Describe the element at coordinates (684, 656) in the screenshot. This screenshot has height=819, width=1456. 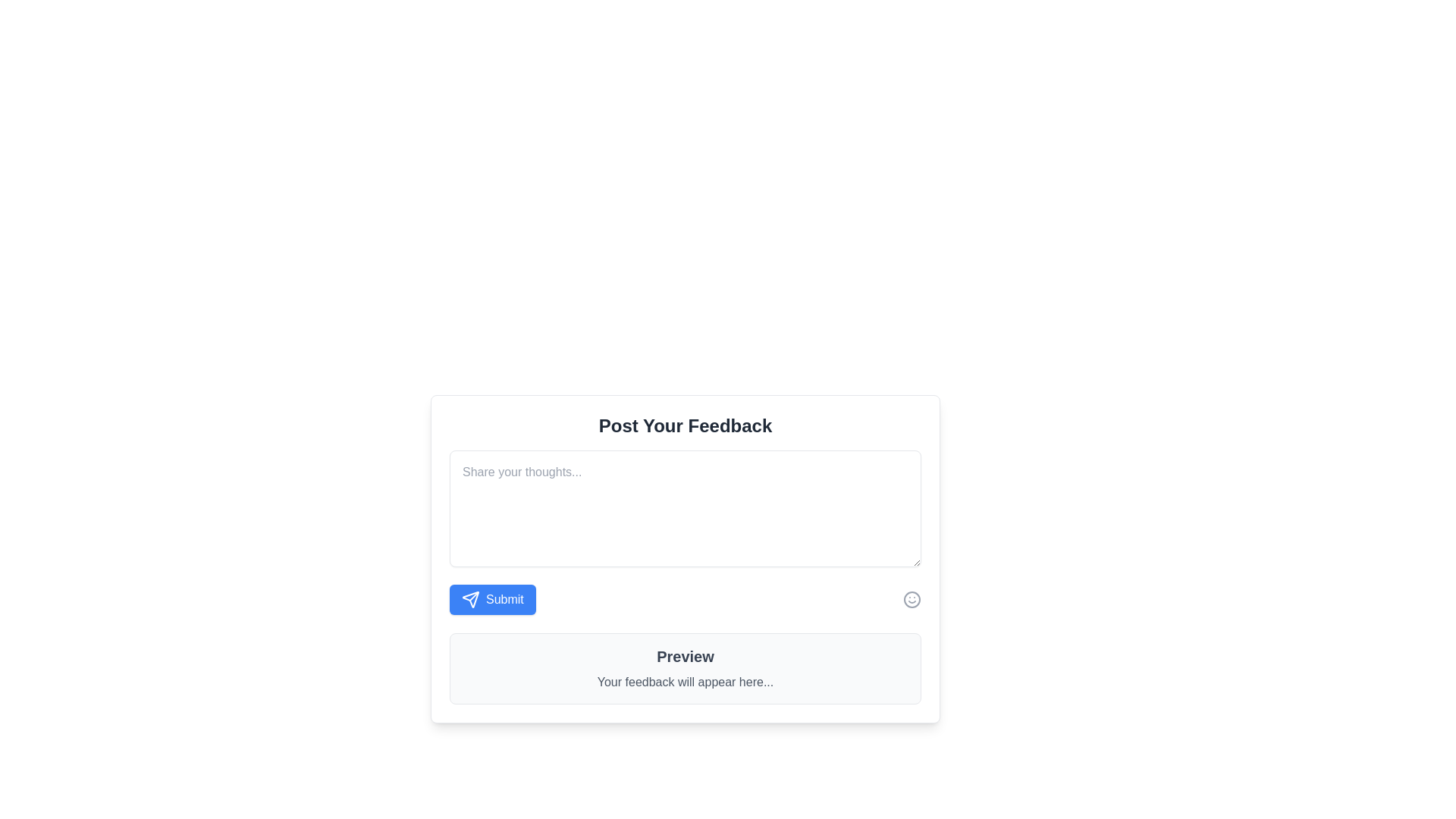
I see `the text label displaying 'Preview' in bold font, which is positioned above the secondary text component 'Your feedback will appear here...'` at that location.